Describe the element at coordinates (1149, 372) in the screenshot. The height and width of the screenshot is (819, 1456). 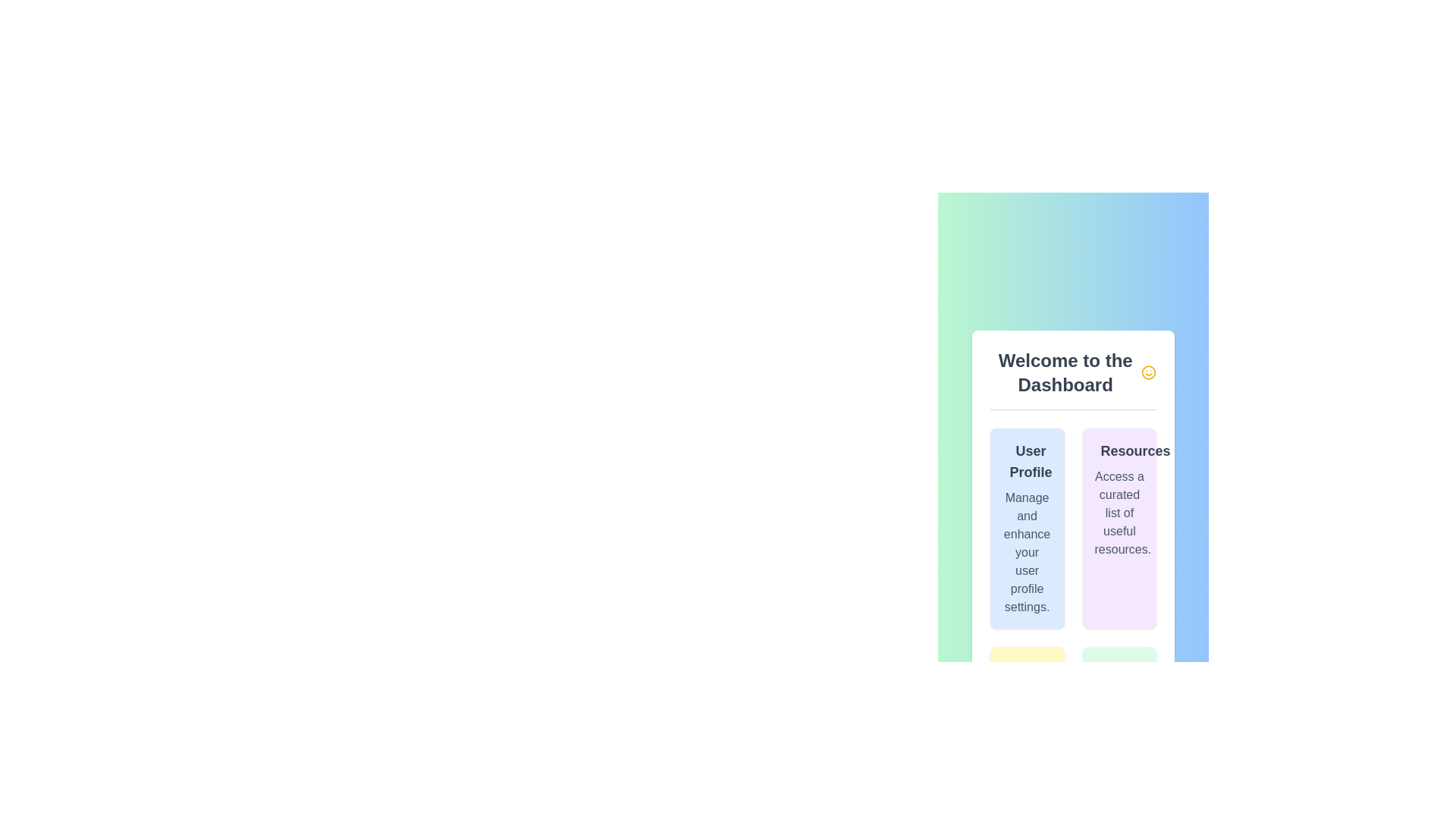
I see `the decorative smiley face icon located to the right of the 'Welcome to the Dashboard' heading` at that location.